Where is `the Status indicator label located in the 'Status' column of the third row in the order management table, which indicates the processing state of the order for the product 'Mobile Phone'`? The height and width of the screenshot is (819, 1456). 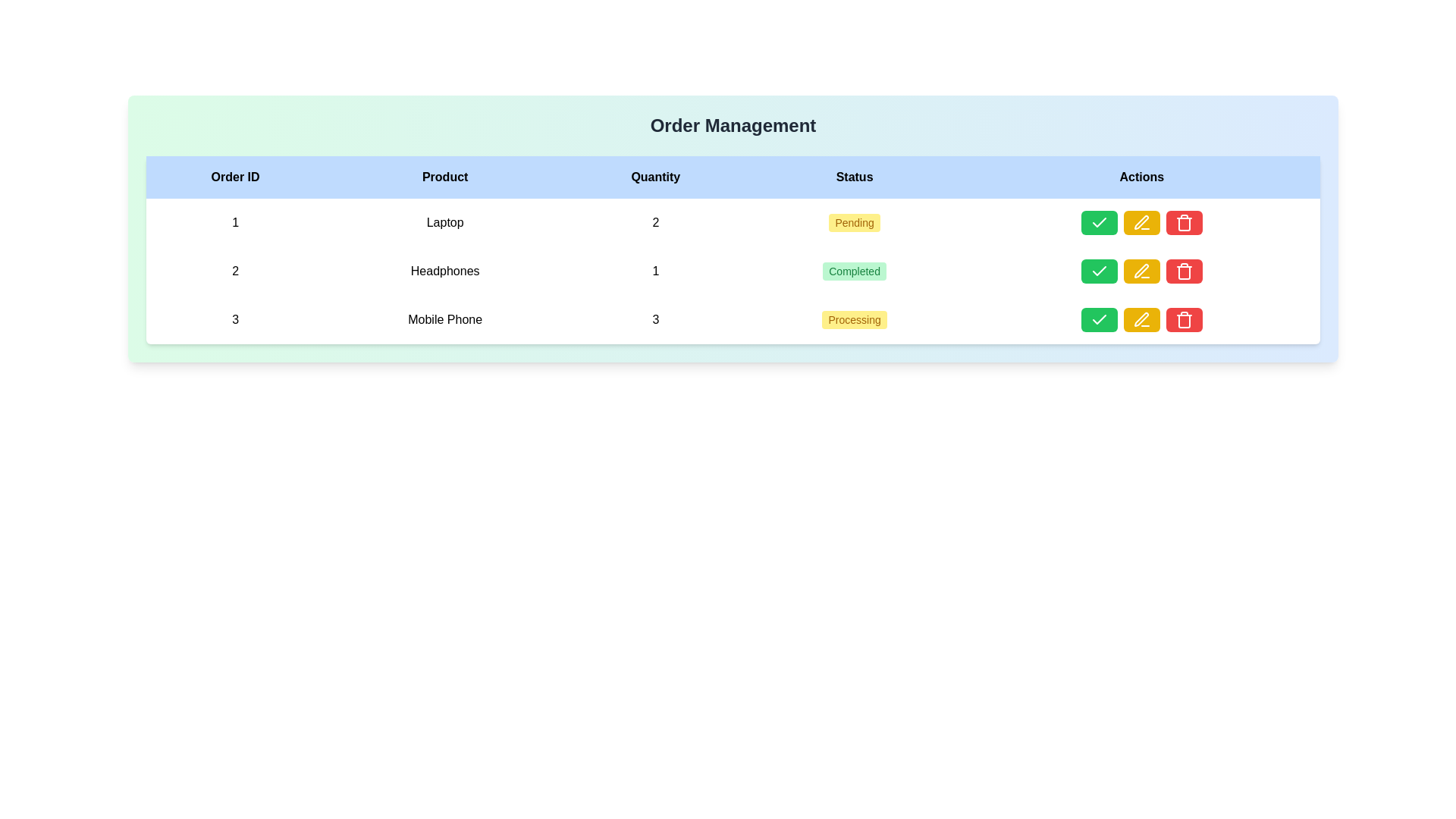 the Status indicator label located in the 'Status' column of the third row in the order management table, which indicates the processing state of the order for the product 'Mobile Phone' is located at coordinates (855, 318).